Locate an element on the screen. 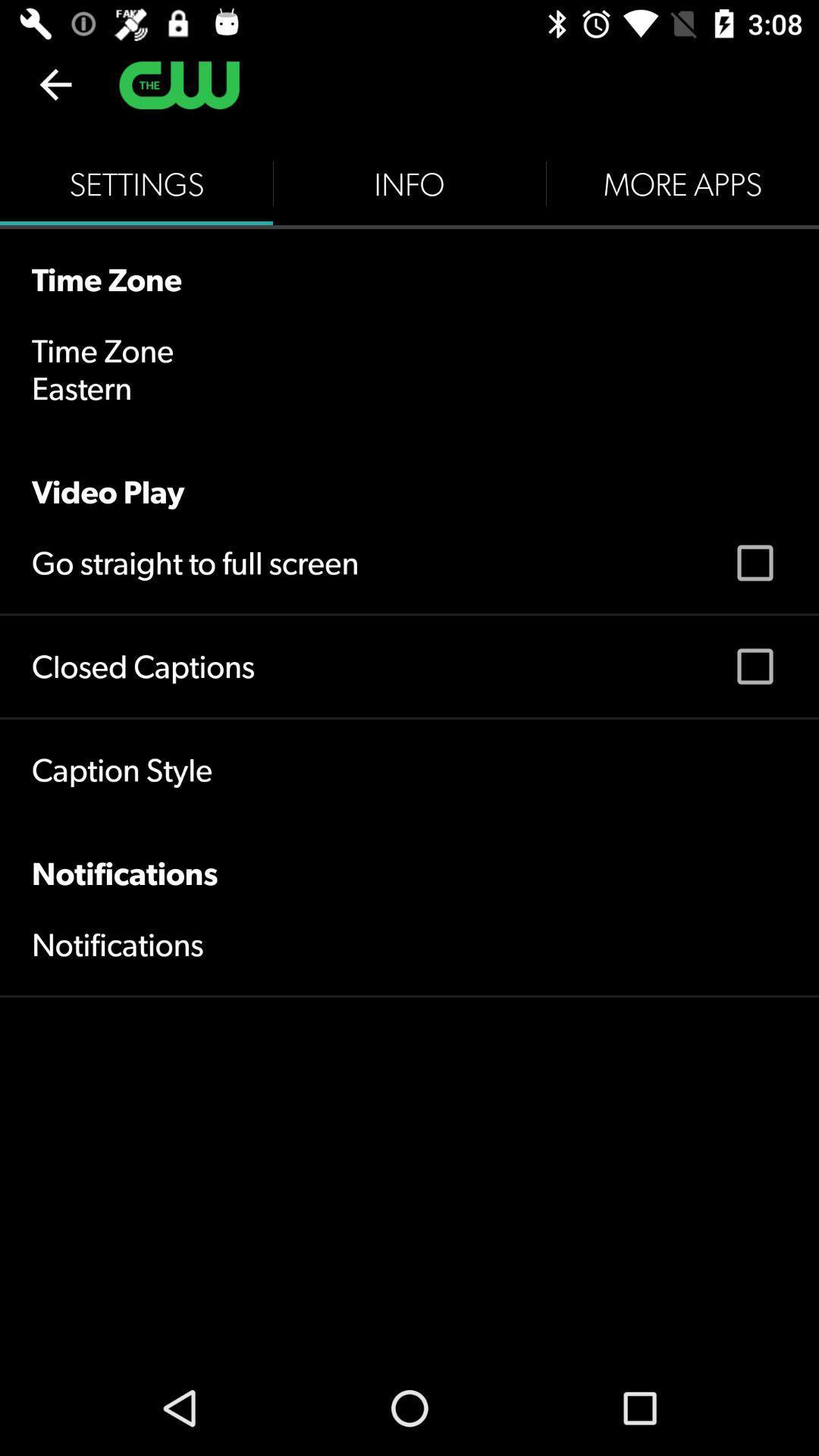  the video play icon is located at coordinates (409, 475).